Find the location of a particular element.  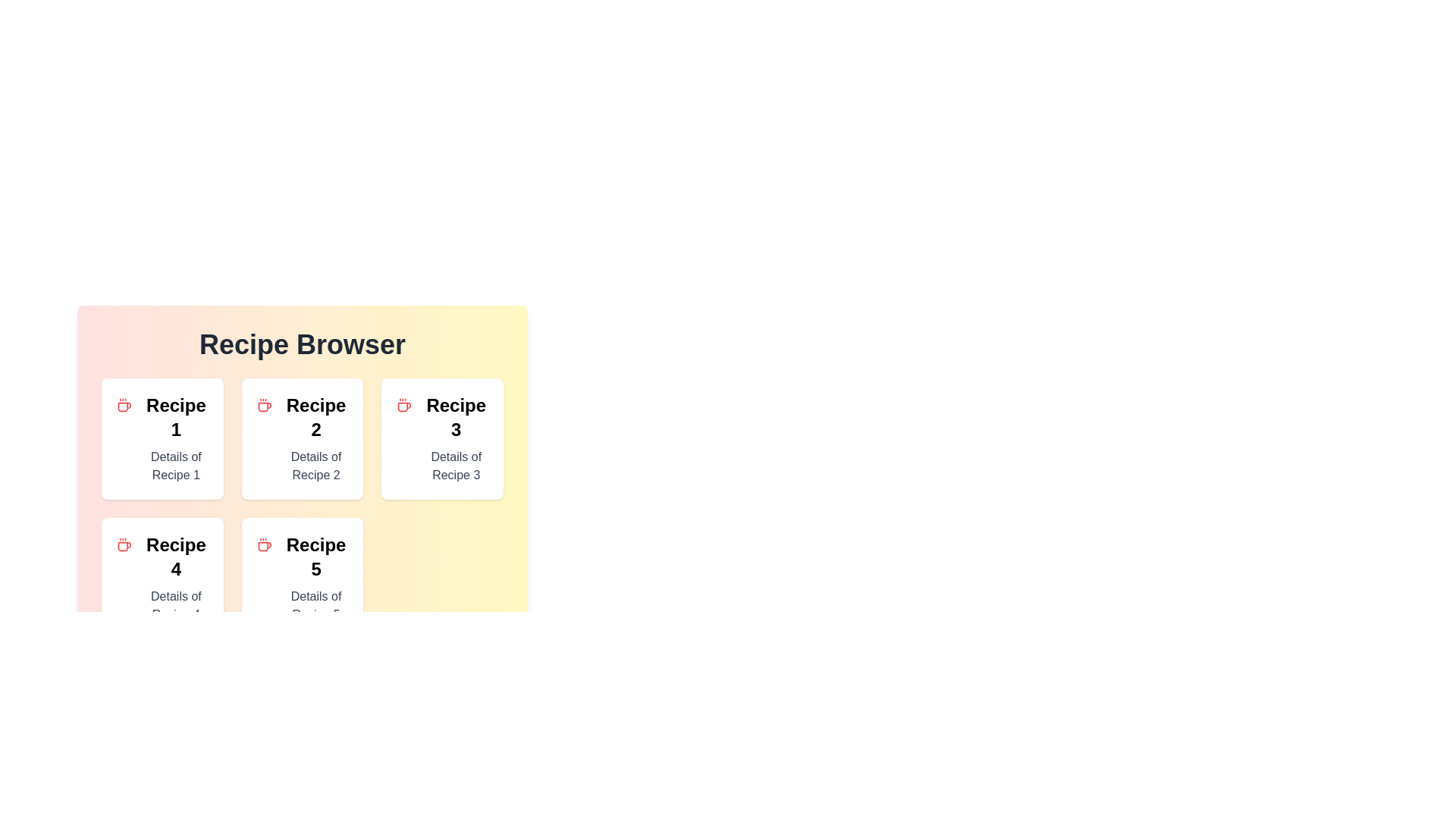

the text label displaying 'Recipe 5', which is a large, bold font text block located in the second row and second column of the recipe grid is located at coordinates (315, 557).